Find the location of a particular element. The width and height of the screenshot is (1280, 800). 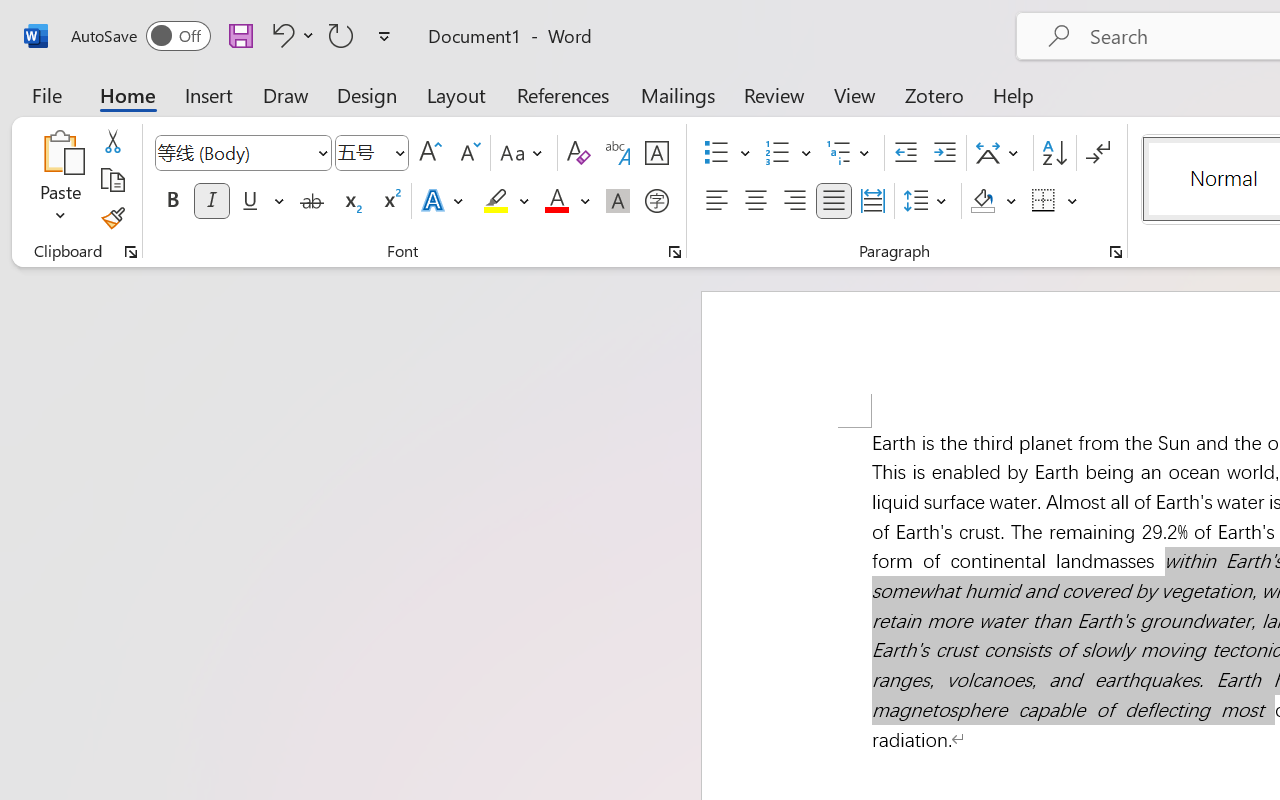

'Strikethrough' is located at coordinates (311, 201).